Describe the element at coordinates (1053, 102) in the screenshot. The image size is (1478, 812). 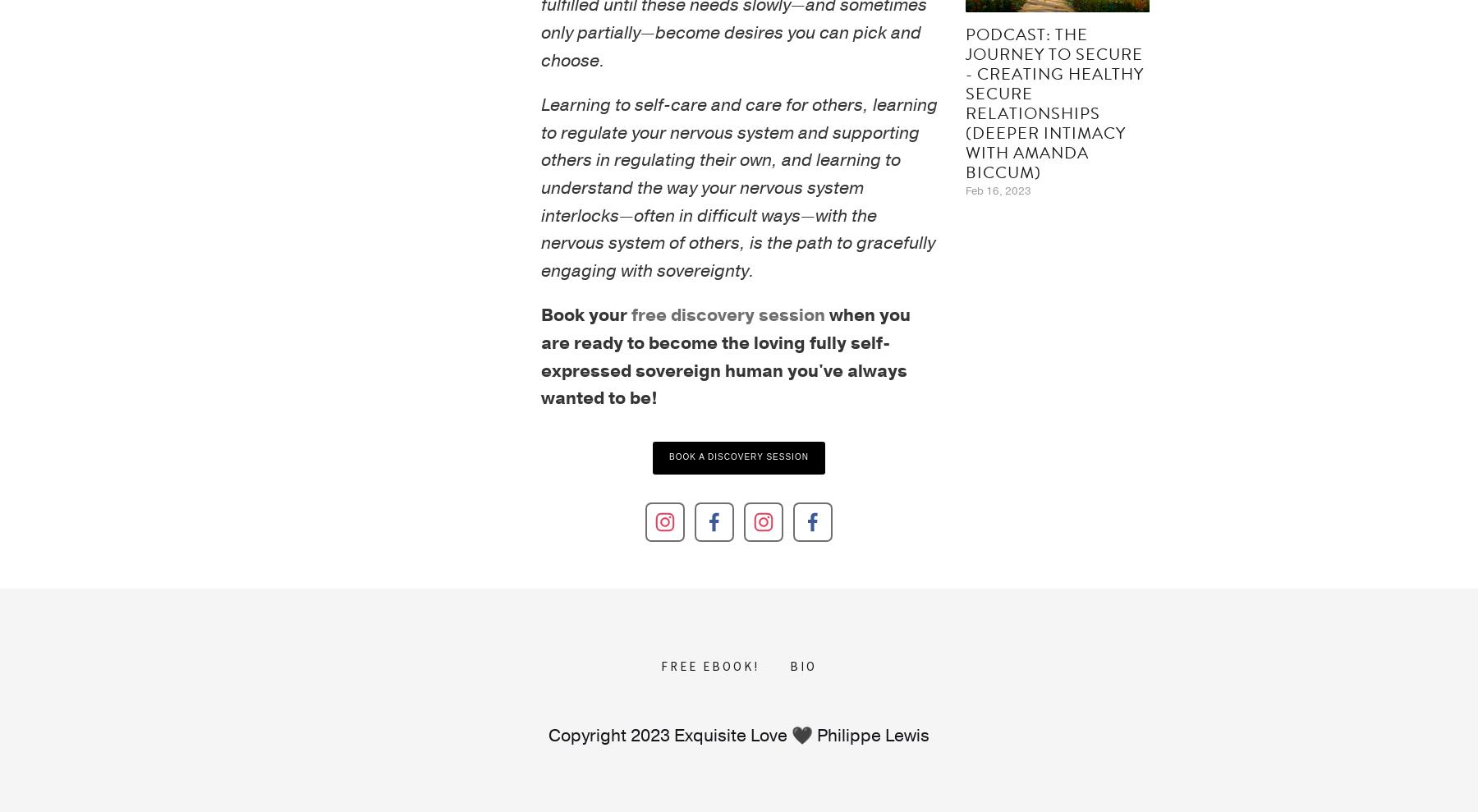
I see `'PODCAST: The Journey to Secure - Creating Healthy Secure Relationships (Deeper Intimacy with Amanda Biccum)'` at that location.